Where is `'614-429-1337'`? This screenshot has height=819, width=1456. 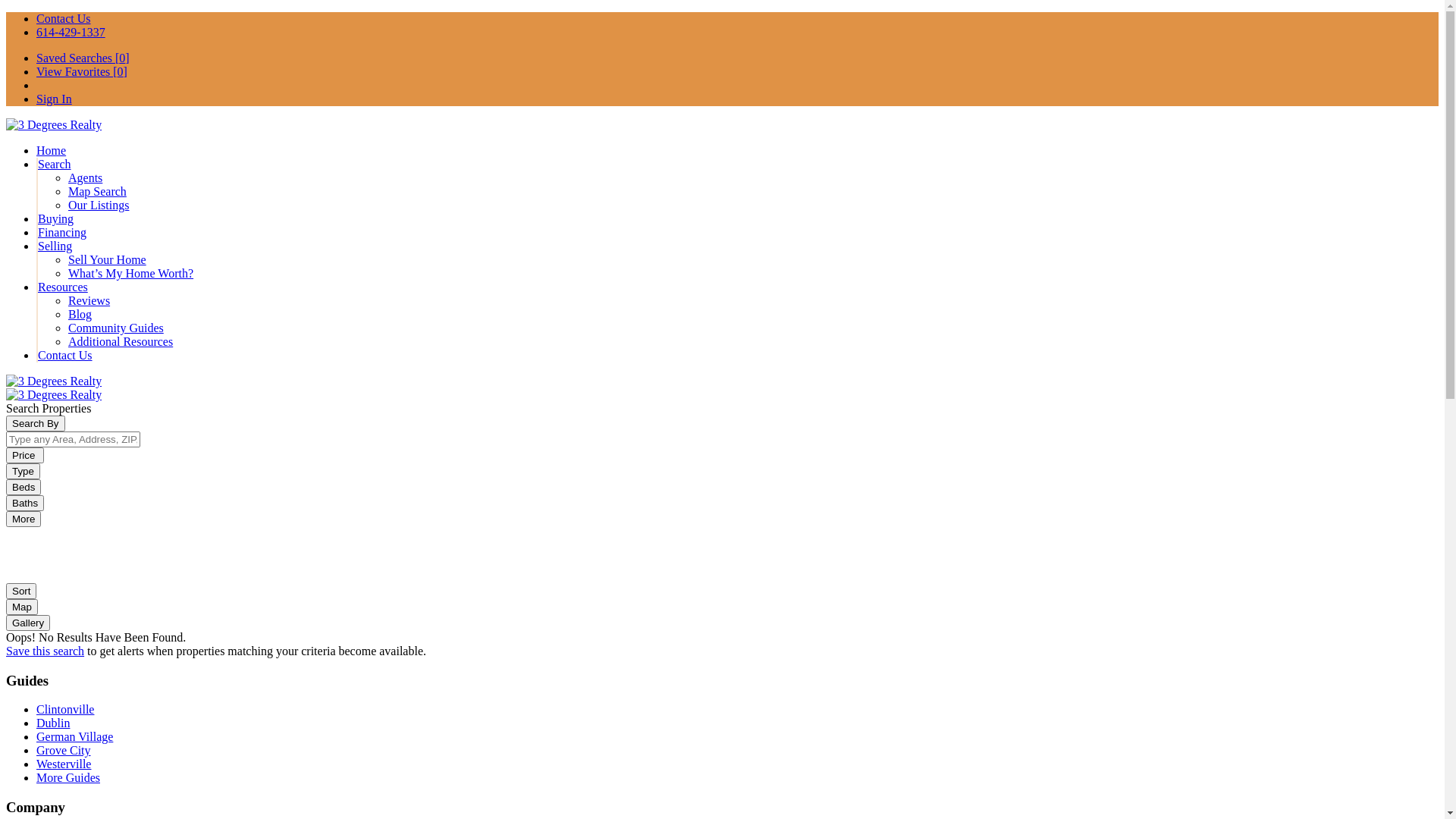 '614-429-1337' is located at coordinates (70, 32).